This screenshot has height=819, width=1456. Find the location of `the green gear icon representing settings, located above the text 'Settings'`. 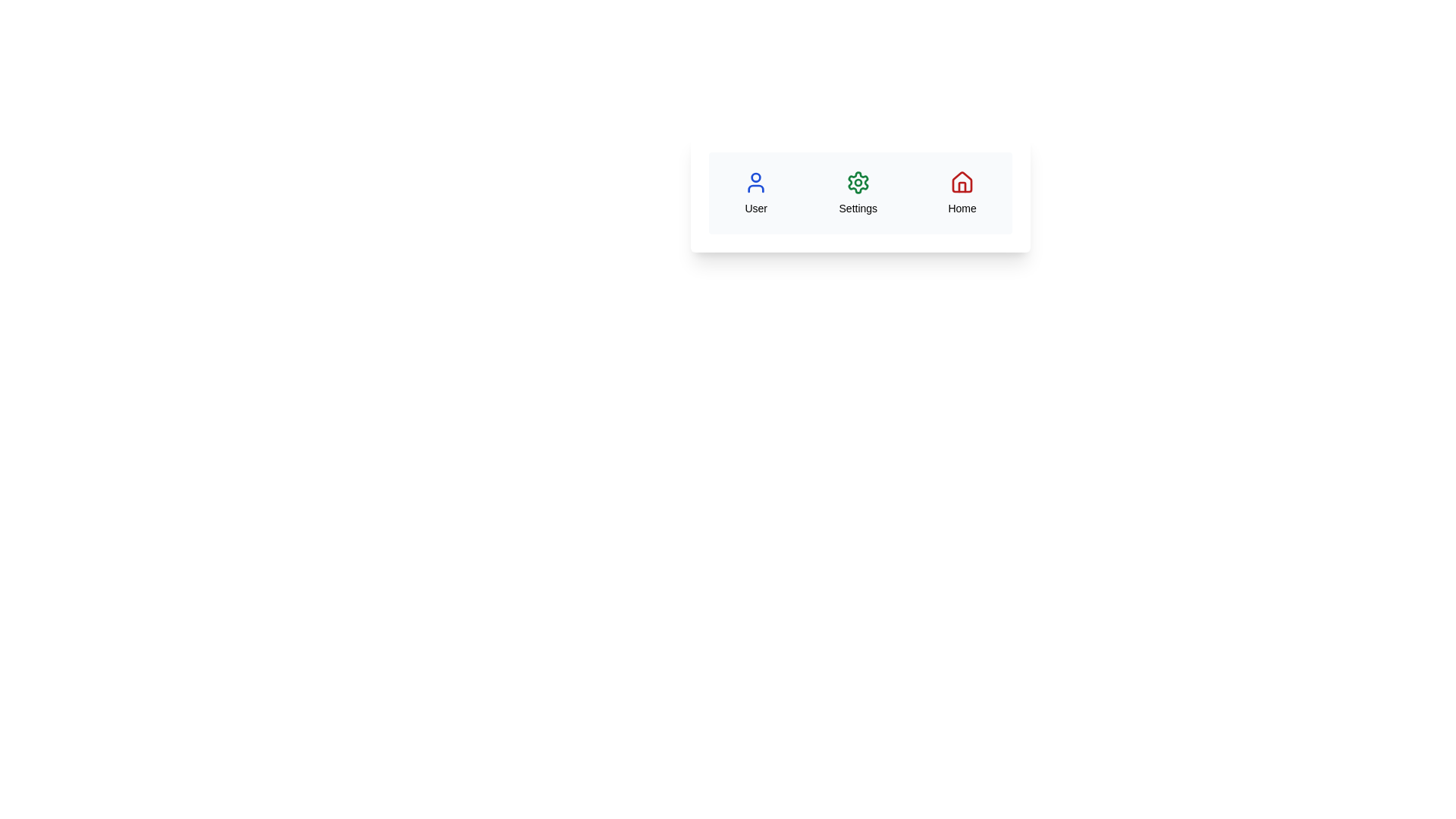

the green gear icon representing settings, located above the text 'Settings' is located at coordinates (858, 181).